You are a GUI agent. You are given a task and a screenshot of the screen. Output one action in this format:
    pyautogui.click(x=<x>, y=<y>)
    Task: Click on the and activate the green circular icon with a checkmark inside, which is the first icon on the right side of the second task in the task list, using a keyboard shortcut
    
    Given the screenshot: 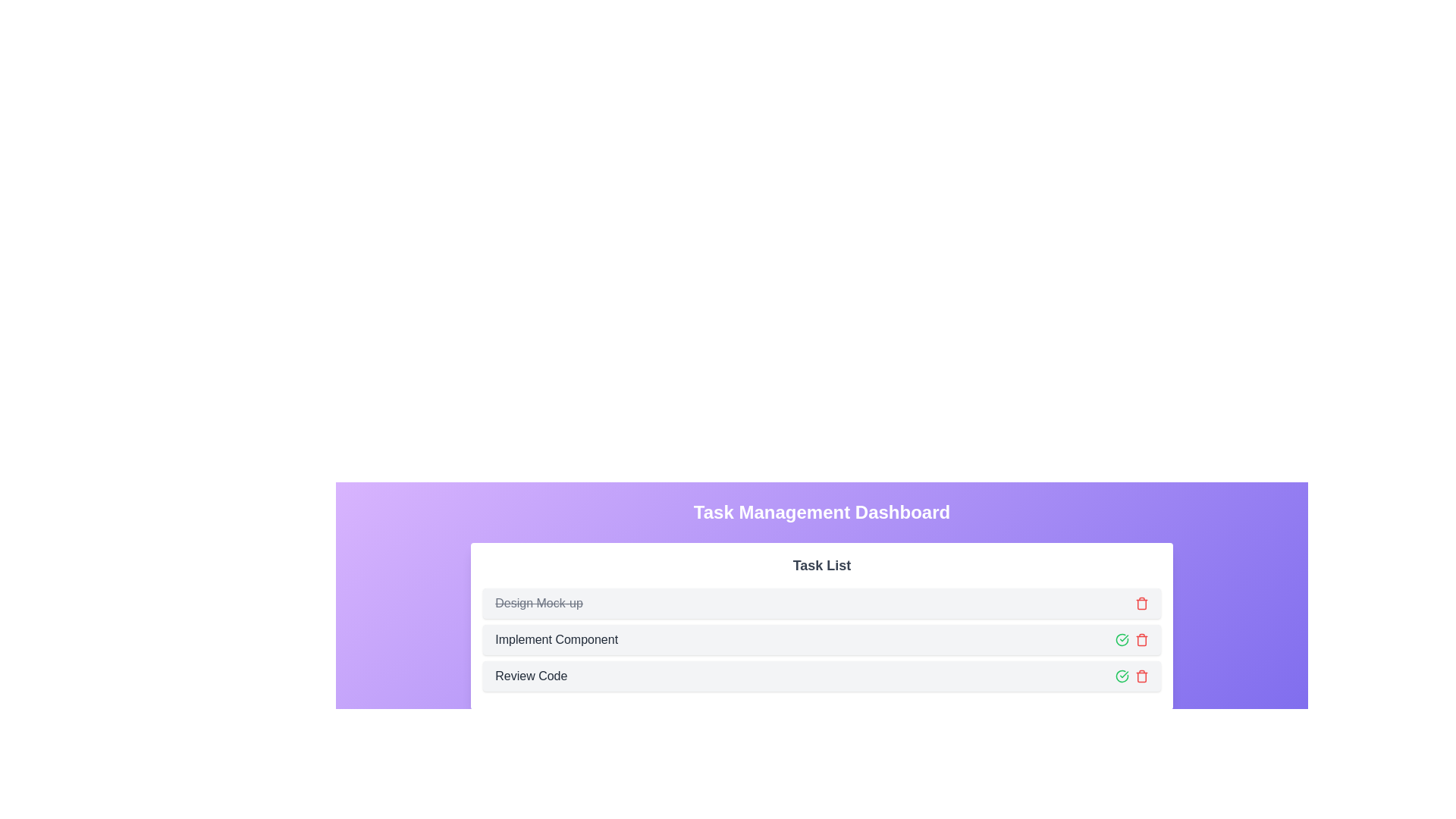 What is the action you would take?
    pyautogui.click(x=1122, y=640)
    